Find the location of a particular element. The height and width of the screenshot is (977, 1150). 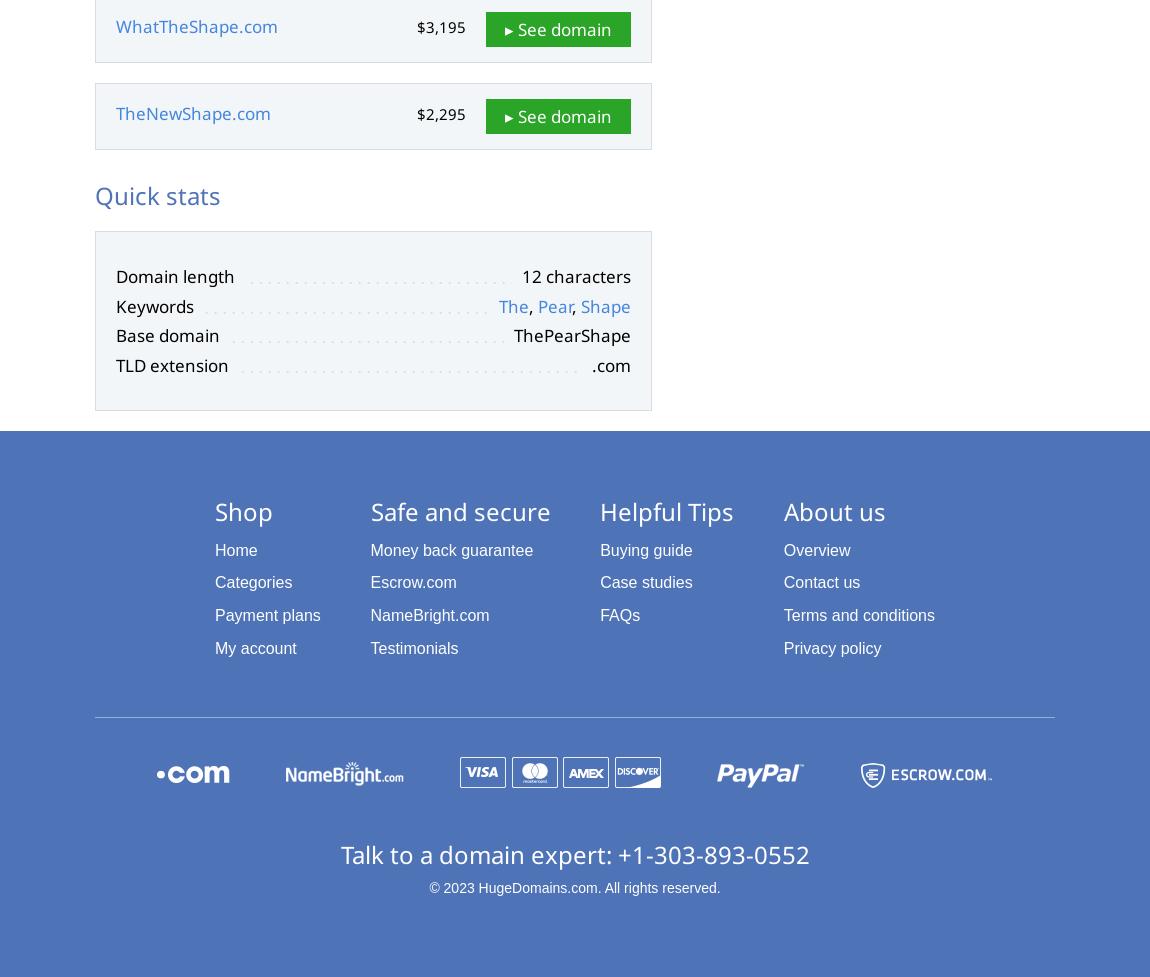

'Contact us' is located at coordinates (820, 581).